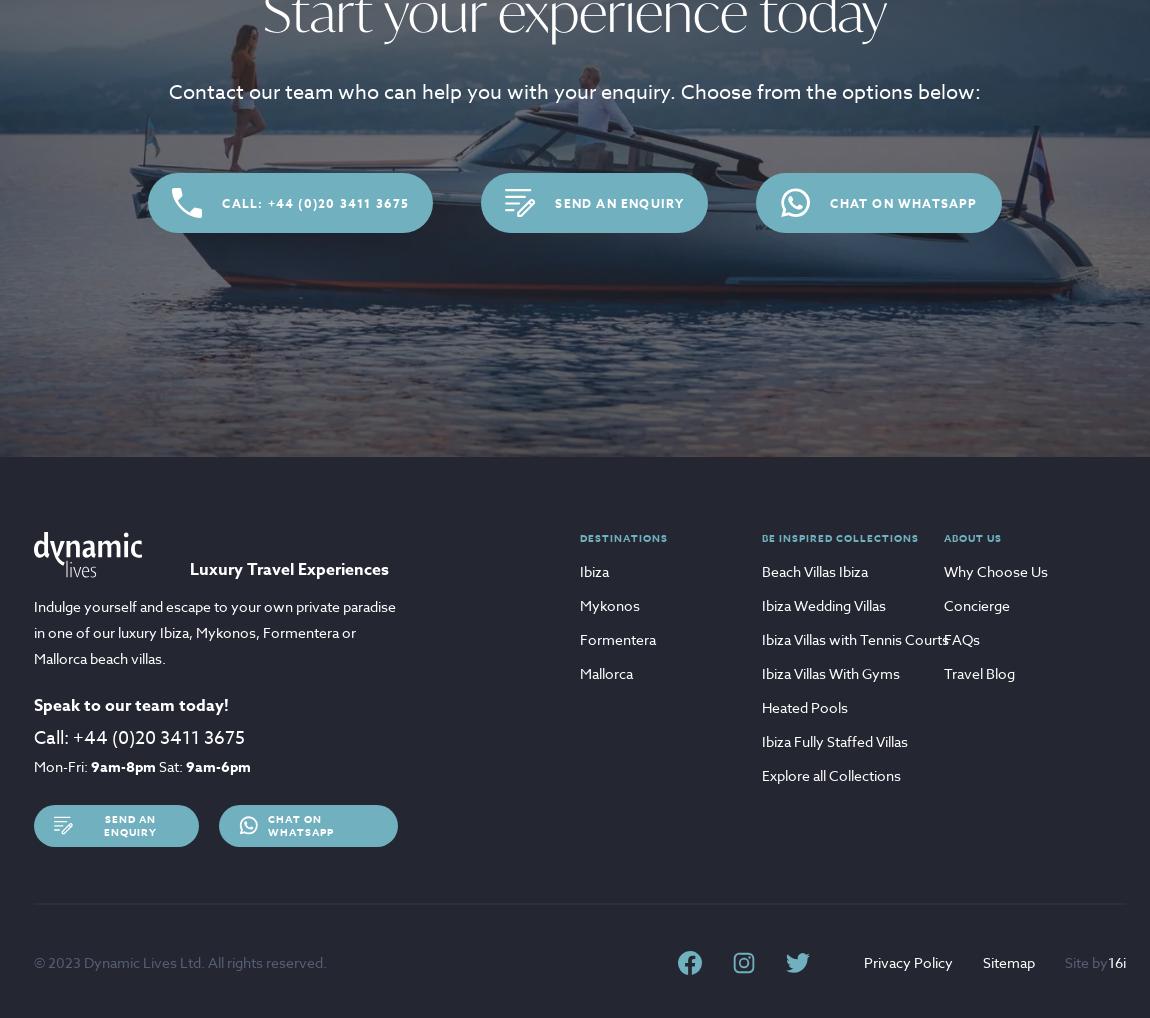 This screenshot has height=1018, width=1150. What do you see at coordinates (289, 568) in the screenshot?
I see `'Luxury Travel Experiences'` at bounding box center [289, 568].